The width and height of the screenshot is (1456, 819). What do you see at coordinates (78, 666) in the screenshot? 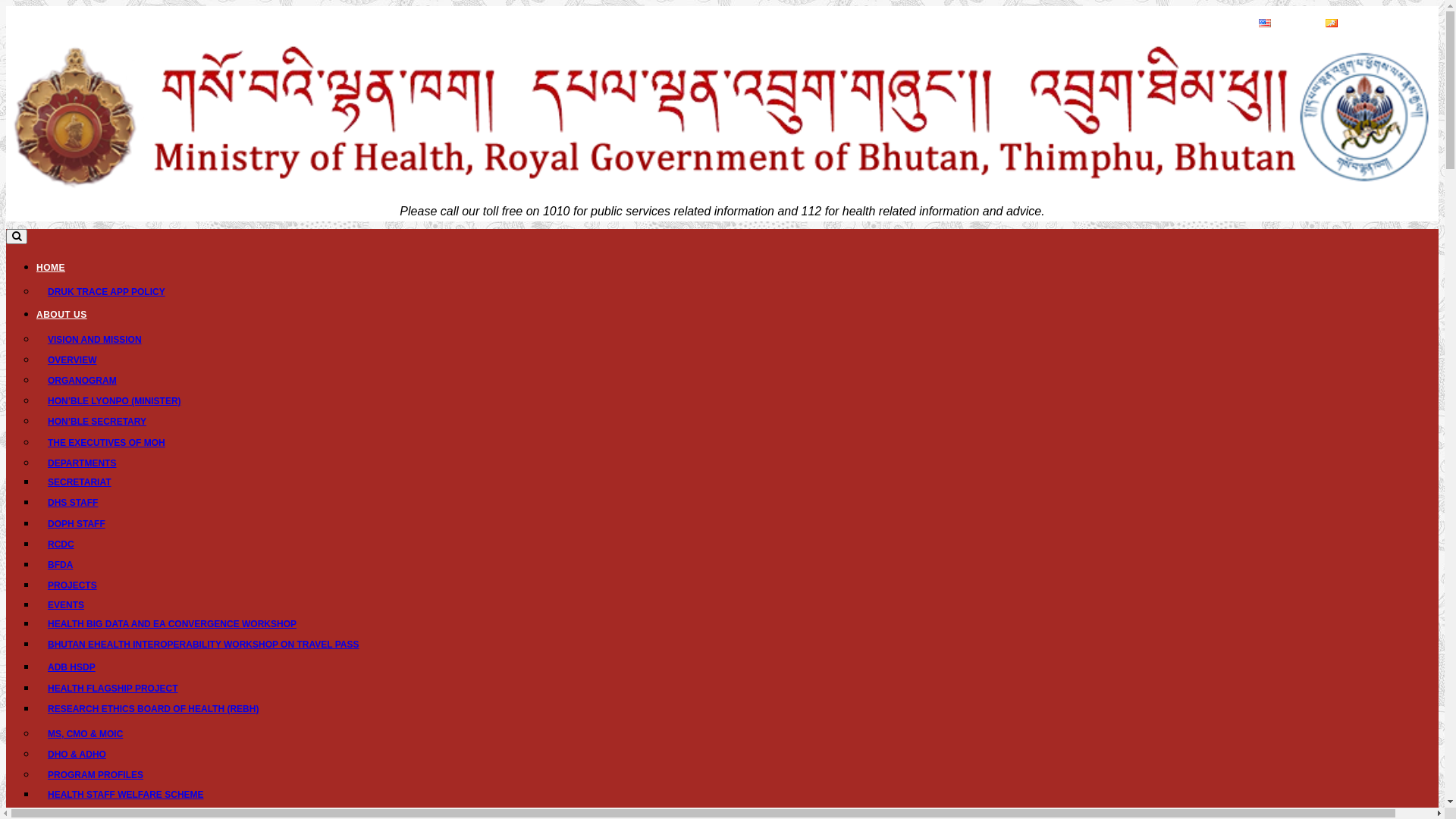
I see `'ADB HSDP'` at bounding box center [78, 666].